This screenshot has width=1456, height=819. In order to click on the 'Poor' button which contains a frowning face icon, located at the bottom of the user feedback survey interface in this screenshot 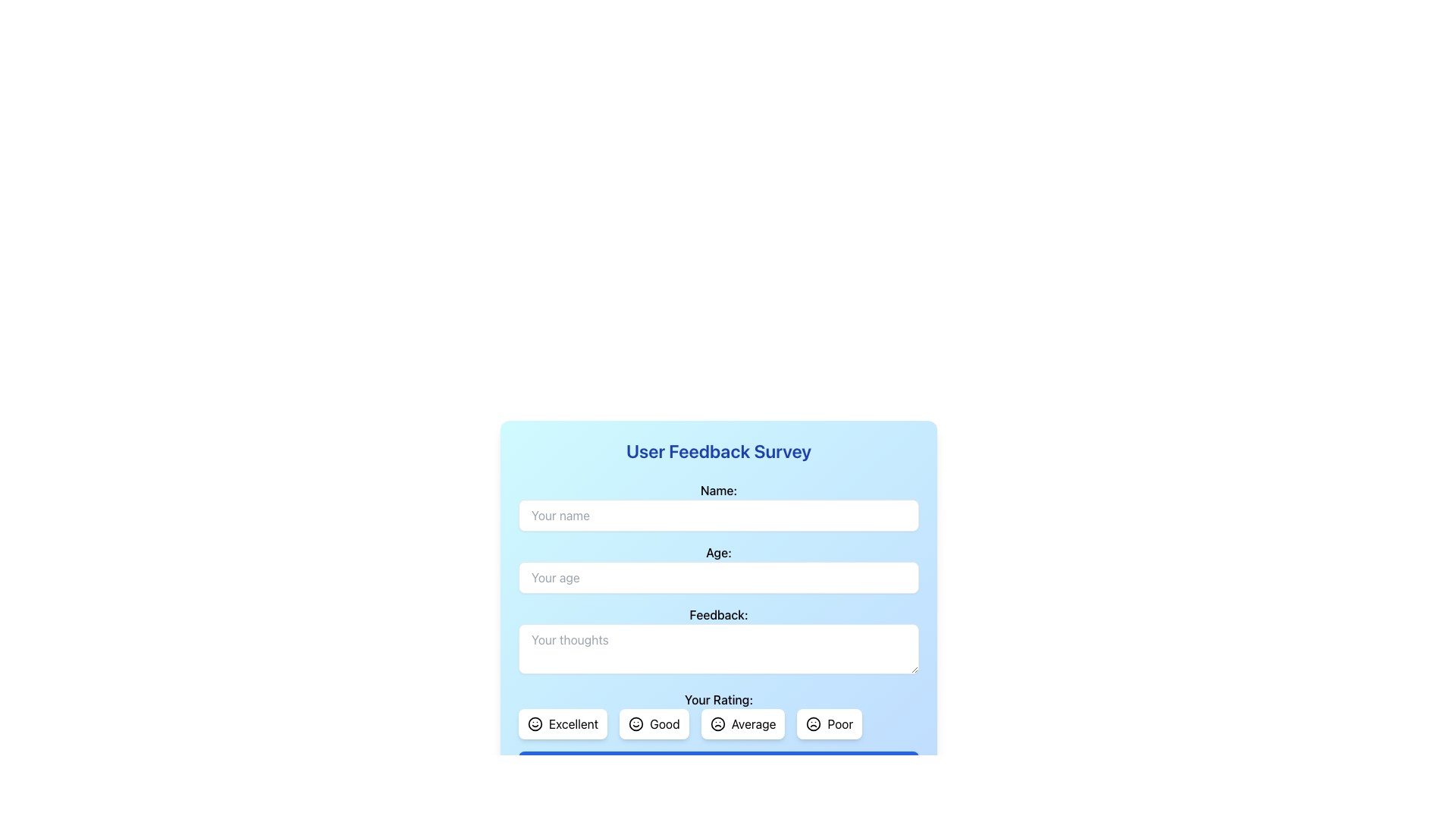, I will do `click(813, 723)`.